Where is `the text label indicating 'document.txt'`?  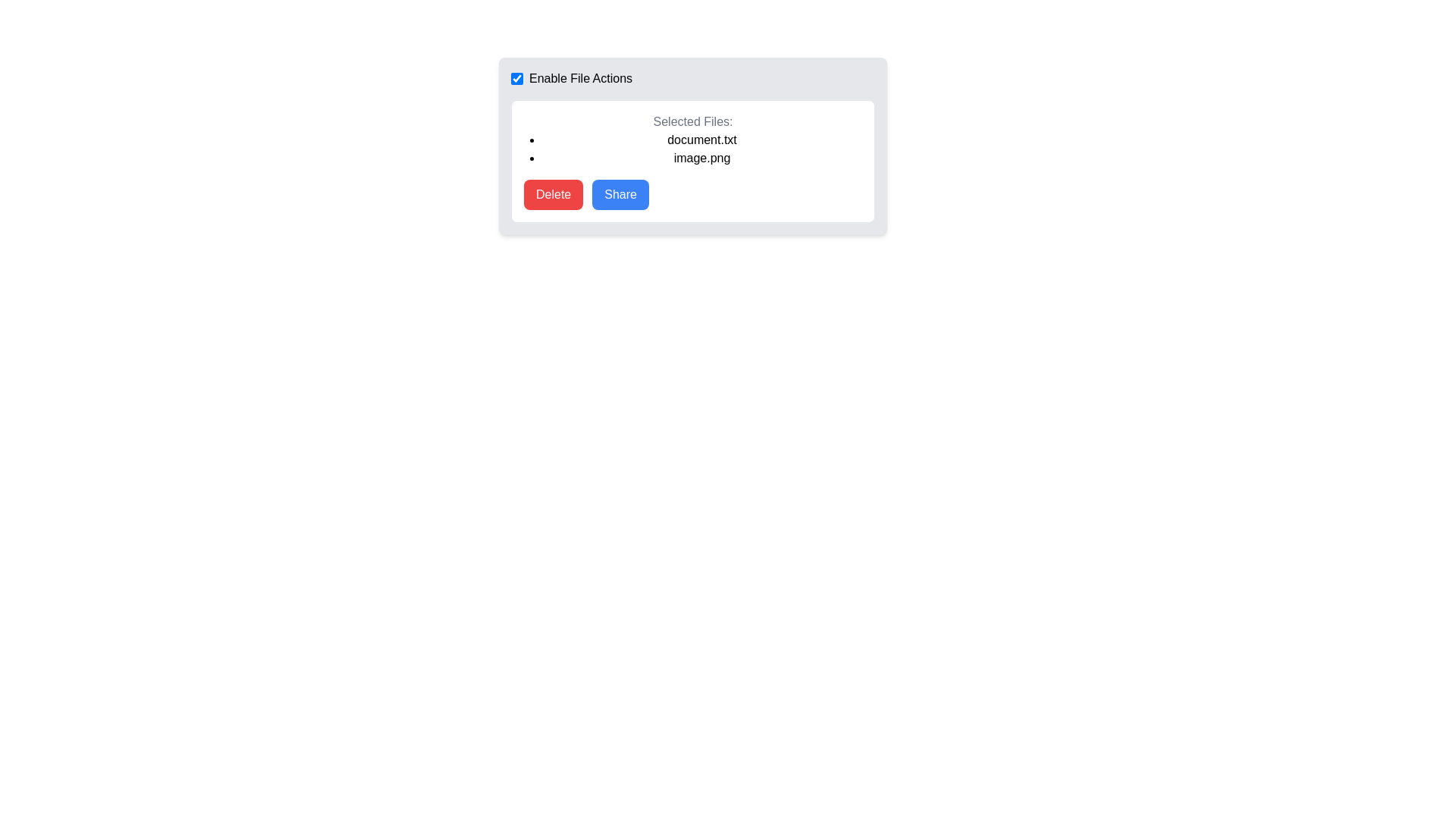 the text label indicating 'document.txt' is located at coordinates (701, 140).